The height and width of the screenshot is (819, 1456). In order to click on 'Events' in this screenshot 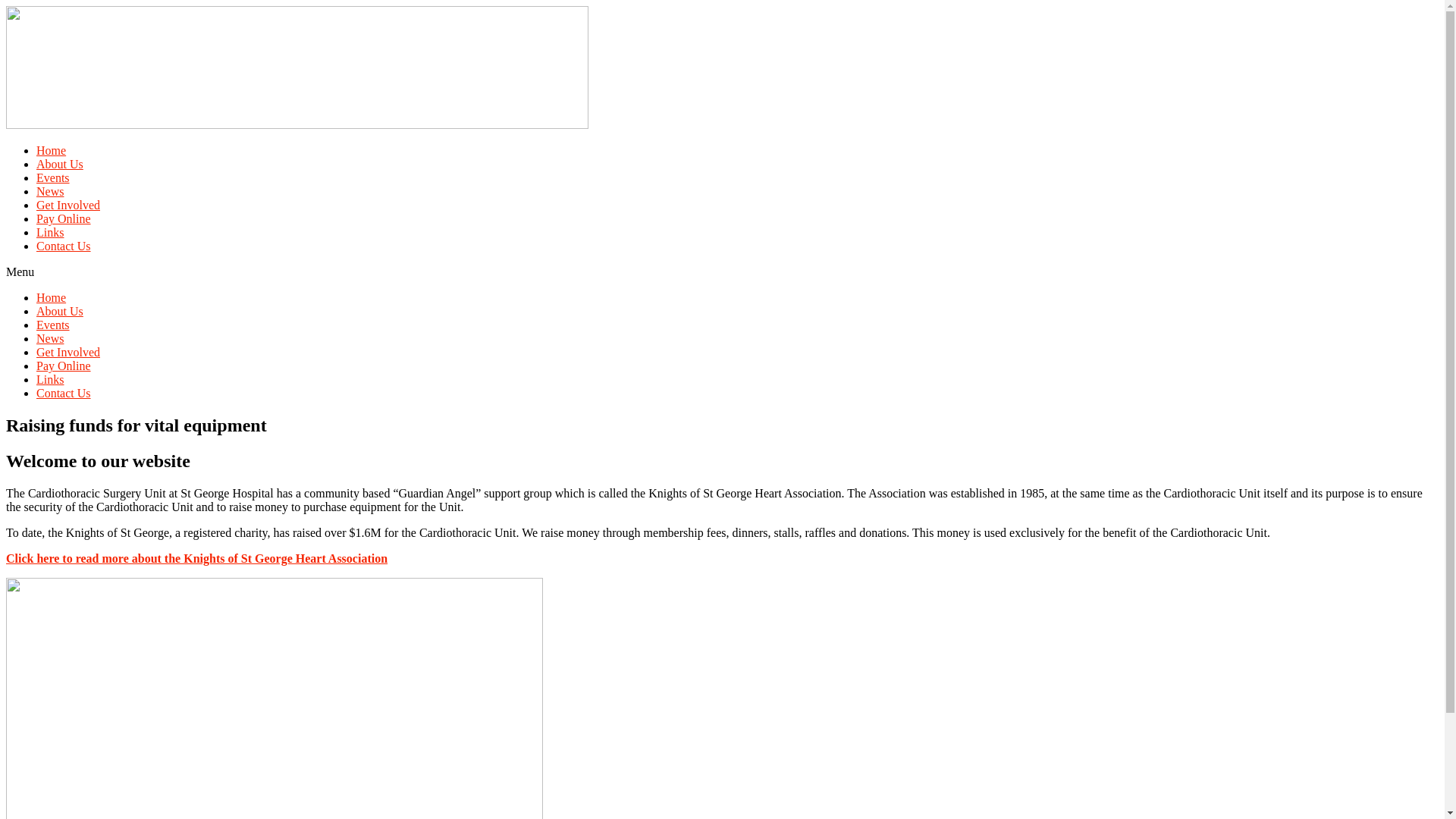, I will do `click(53, 324)`.